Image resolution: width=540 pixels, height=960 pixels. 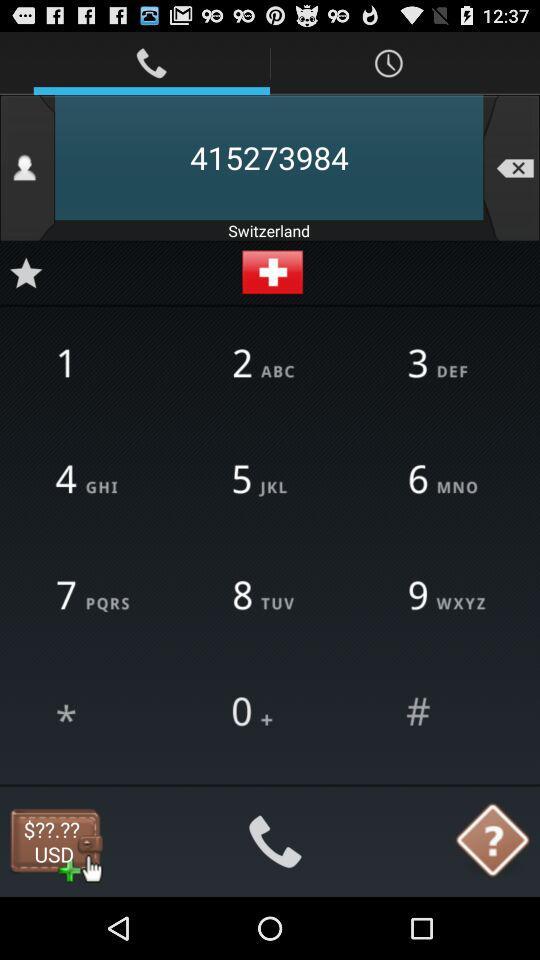 What do you see at coordinates (93, 712) in the screenshot?
I see `enter  under 7` at bounding box center [93, 712].